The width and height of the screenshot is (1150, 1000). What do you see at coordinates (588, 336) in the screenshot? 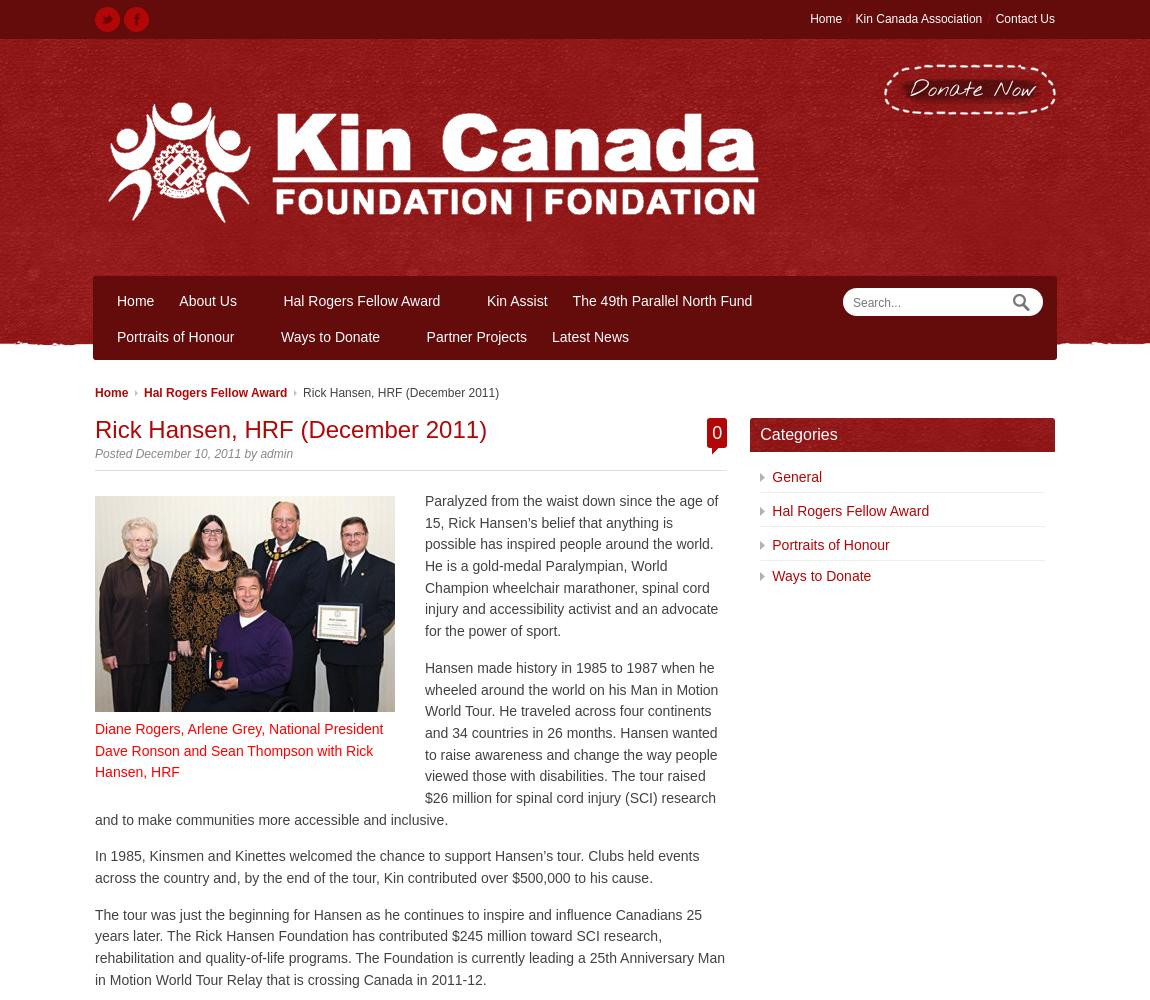
I see `'Latest News'` at bounding box center [588, 336].